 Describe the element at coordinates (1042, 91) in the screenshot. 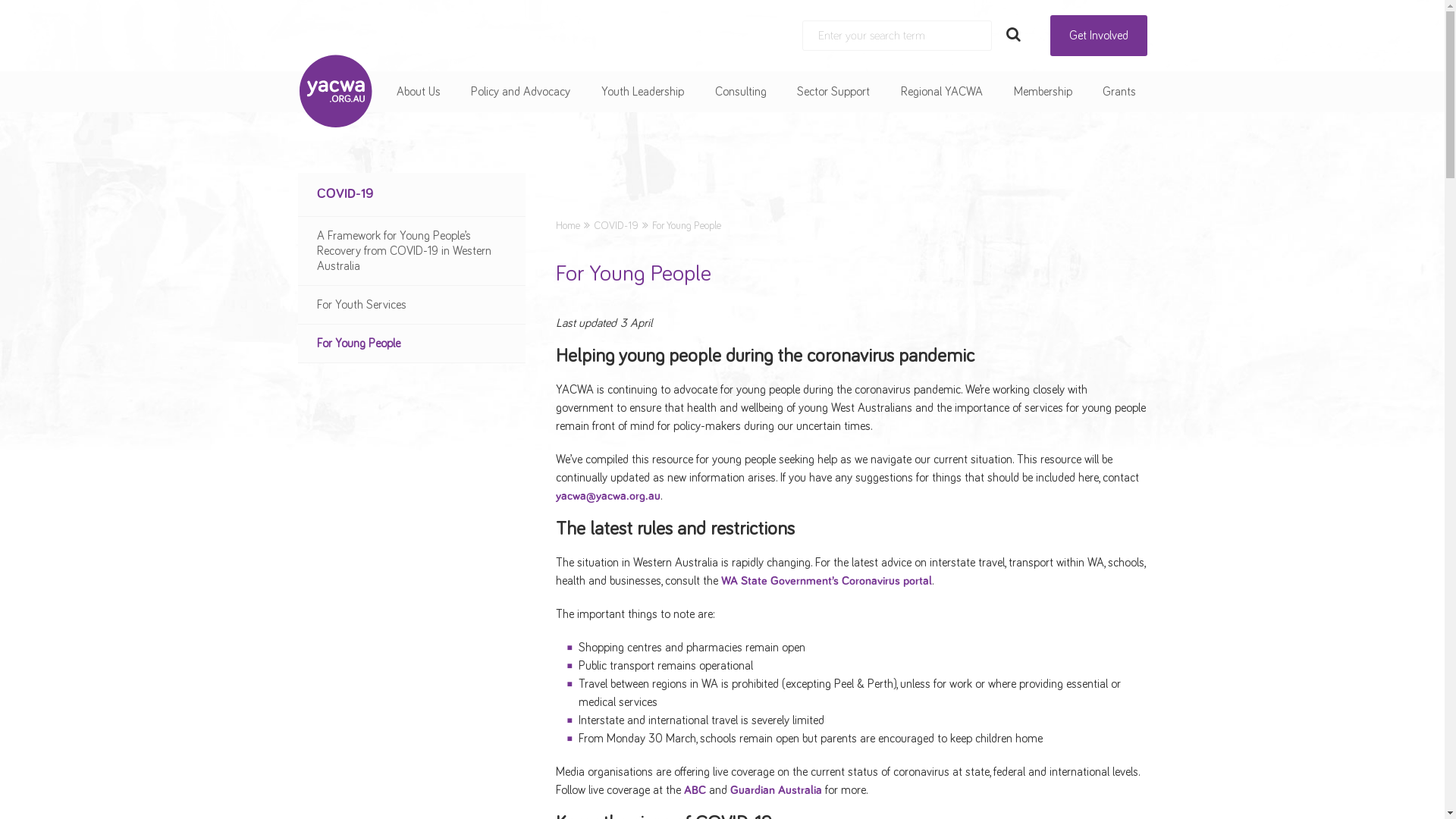

I see `'Membership'` at that location.